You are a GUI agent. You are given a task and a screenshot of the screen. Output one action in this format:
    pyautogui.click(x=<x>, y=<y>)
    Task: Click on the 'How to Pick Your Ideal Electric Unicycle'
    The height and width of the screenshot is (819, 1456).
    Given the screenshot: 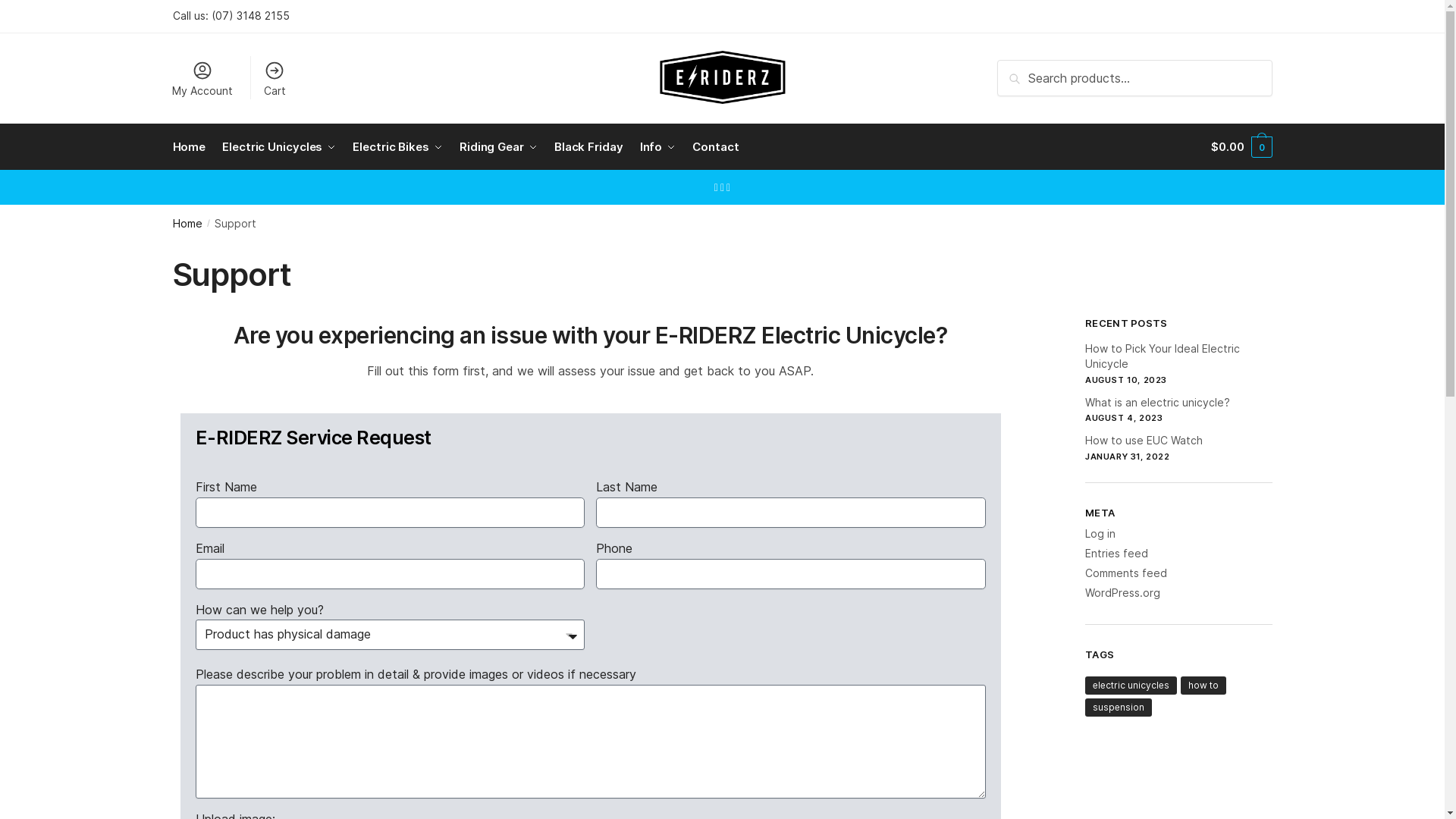 What is the action you would take?
    pyautogui.click(x=1161, y=356)
    